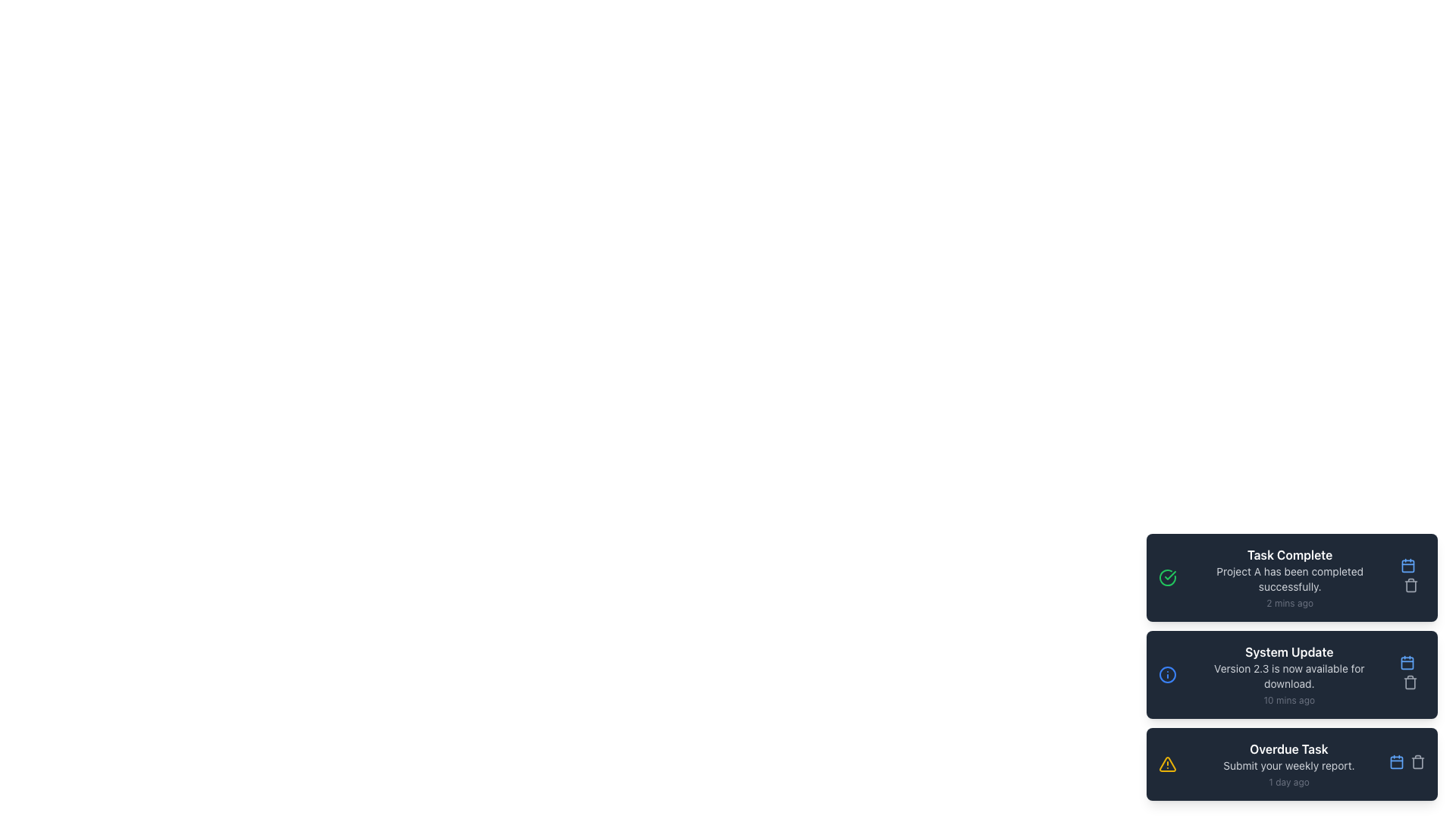 This screenshot has width=1456, height=819. What do you see at coordinates (1288, 675) in the screenshot?
I see `the text label that says 'Version 2.3 is now available for download.' It is styled in a smaller gray font and is located below the 'System Update' title and above the '10 mins ago' text` at bounding box center [1288, 675].